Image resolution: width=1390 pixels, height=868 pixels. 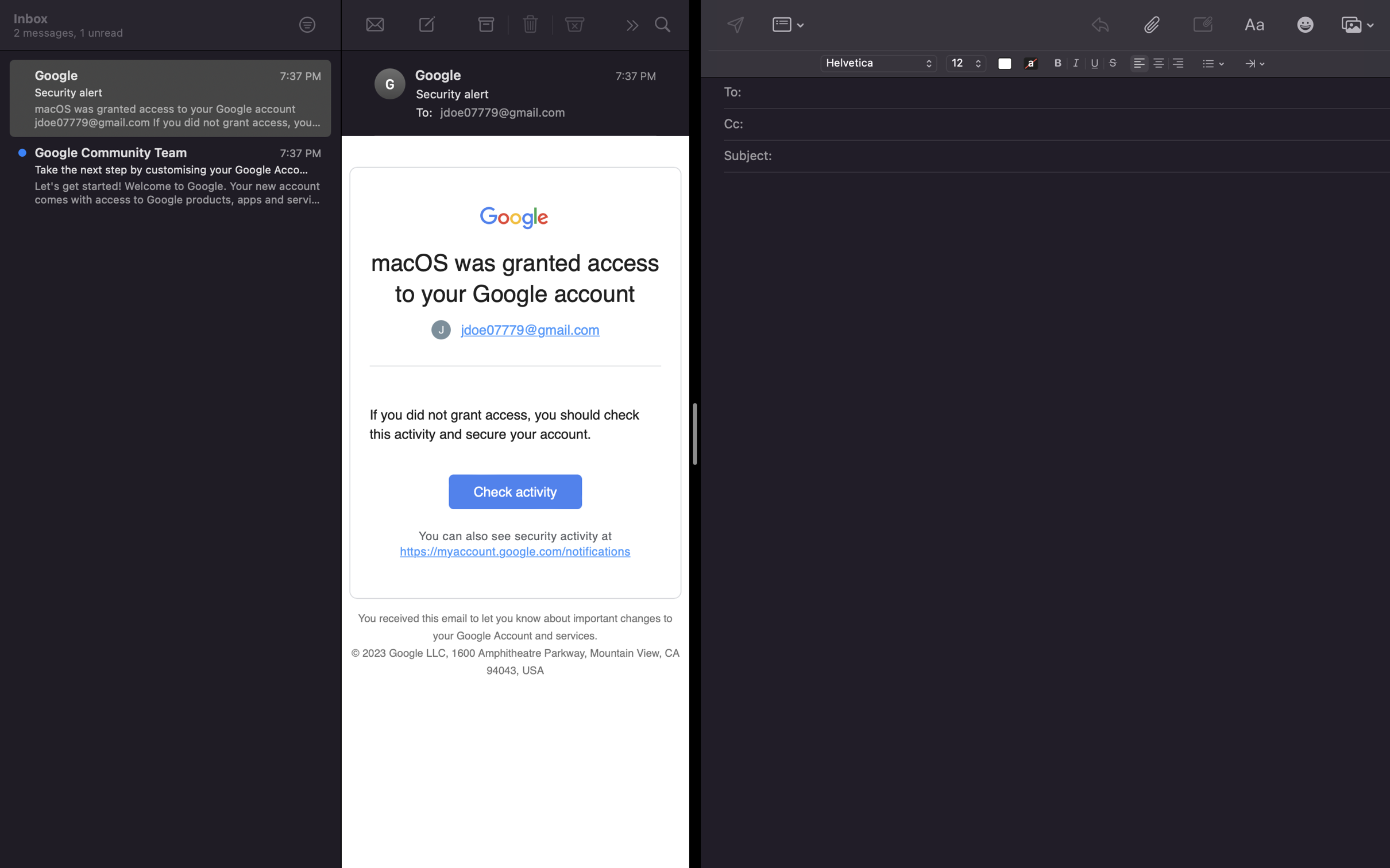 I want to click on Input "beck@gmail.com" into the recipient"s email field, so click(x=1065, y=93).